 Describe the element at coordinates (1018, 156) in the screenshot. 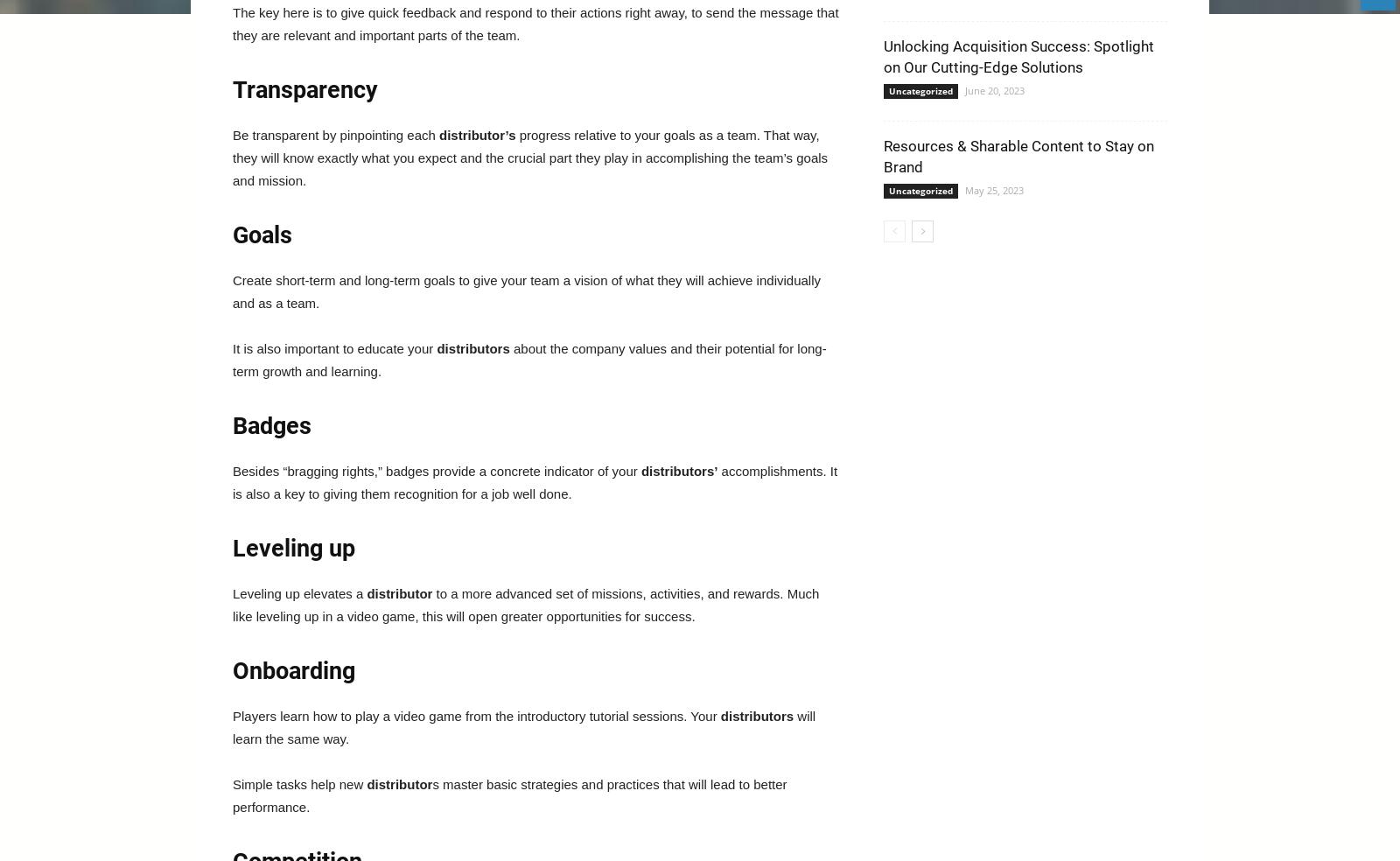

I see `'Resources & Sharable Content to Stay on Brand'` at that location.